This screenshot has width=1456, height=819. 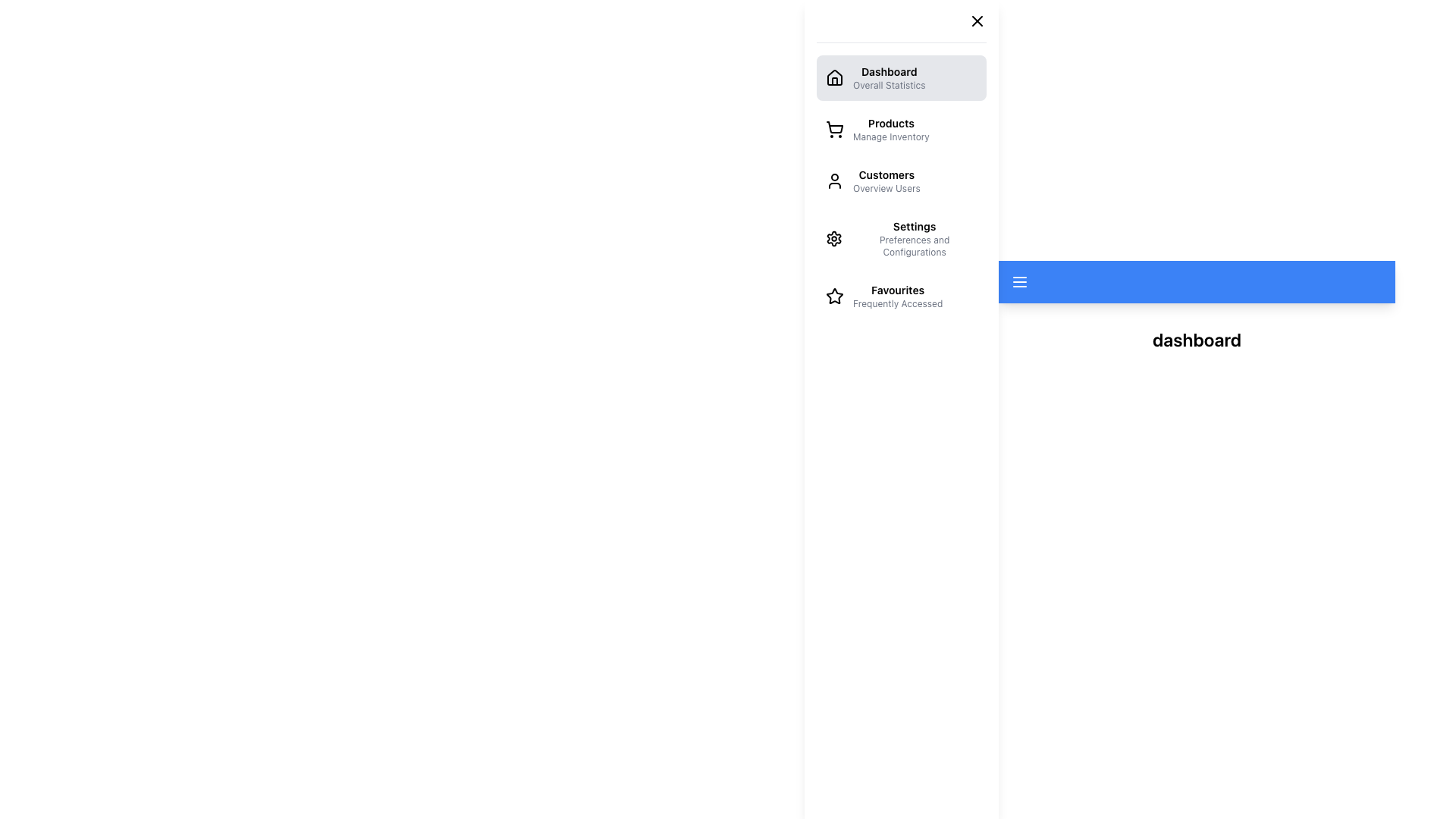 What do you see at coordinates (833, 296) in the screenshot?
I see `the 'Favourites' menu item represented by the star icon, which is aligned horizontally with other menu icons like 'Dashboard' and 'Products'` at bounding box center [833, 296].